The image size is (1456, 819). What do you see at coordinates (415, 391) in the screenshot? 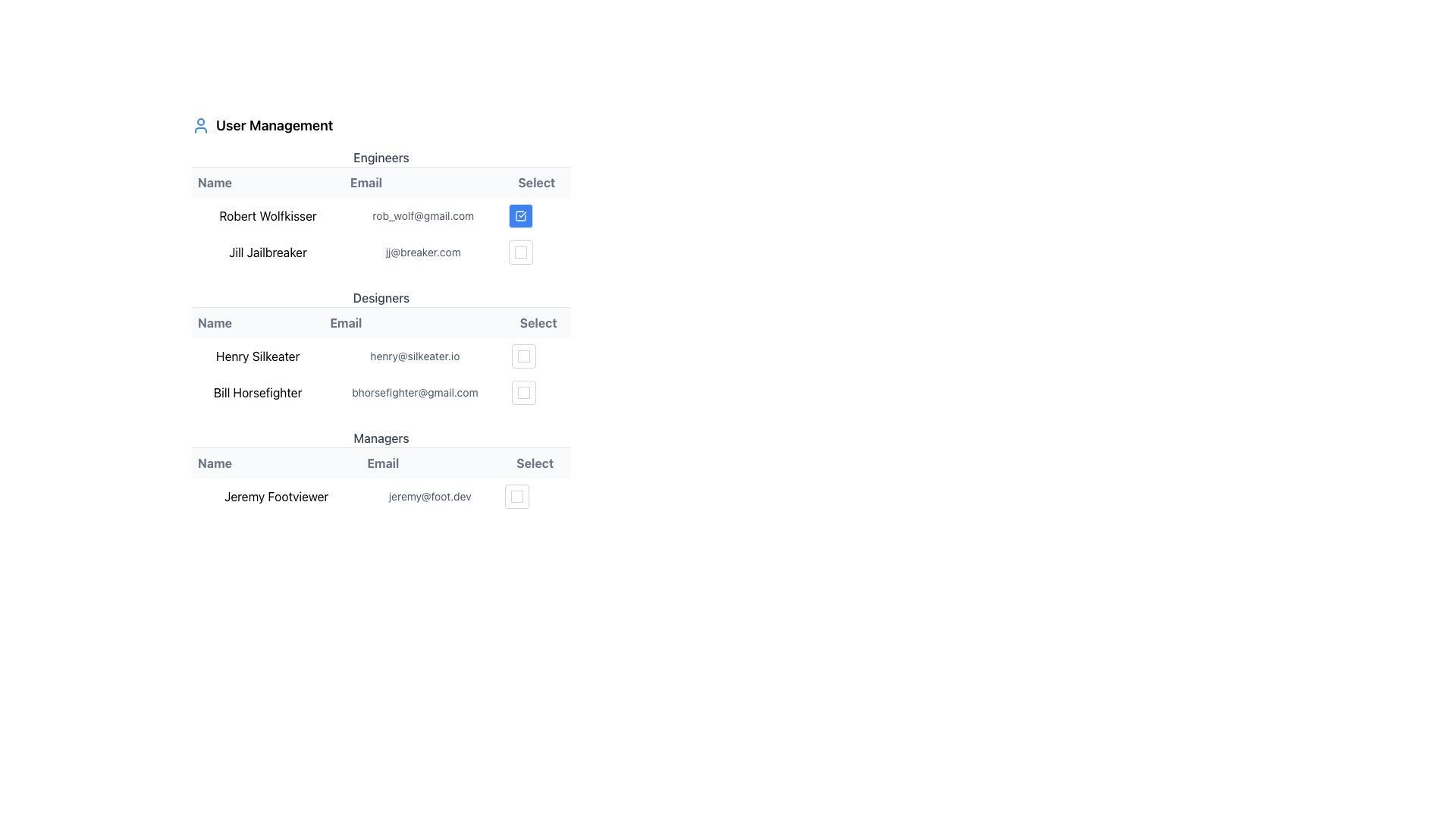
I see `the non-interactive text display showing the email address for user 'Bill Horsefighter' located in the 'Email' column of the 'Designers' section within the 'User Management' interface` at bounding box center [415, 391].